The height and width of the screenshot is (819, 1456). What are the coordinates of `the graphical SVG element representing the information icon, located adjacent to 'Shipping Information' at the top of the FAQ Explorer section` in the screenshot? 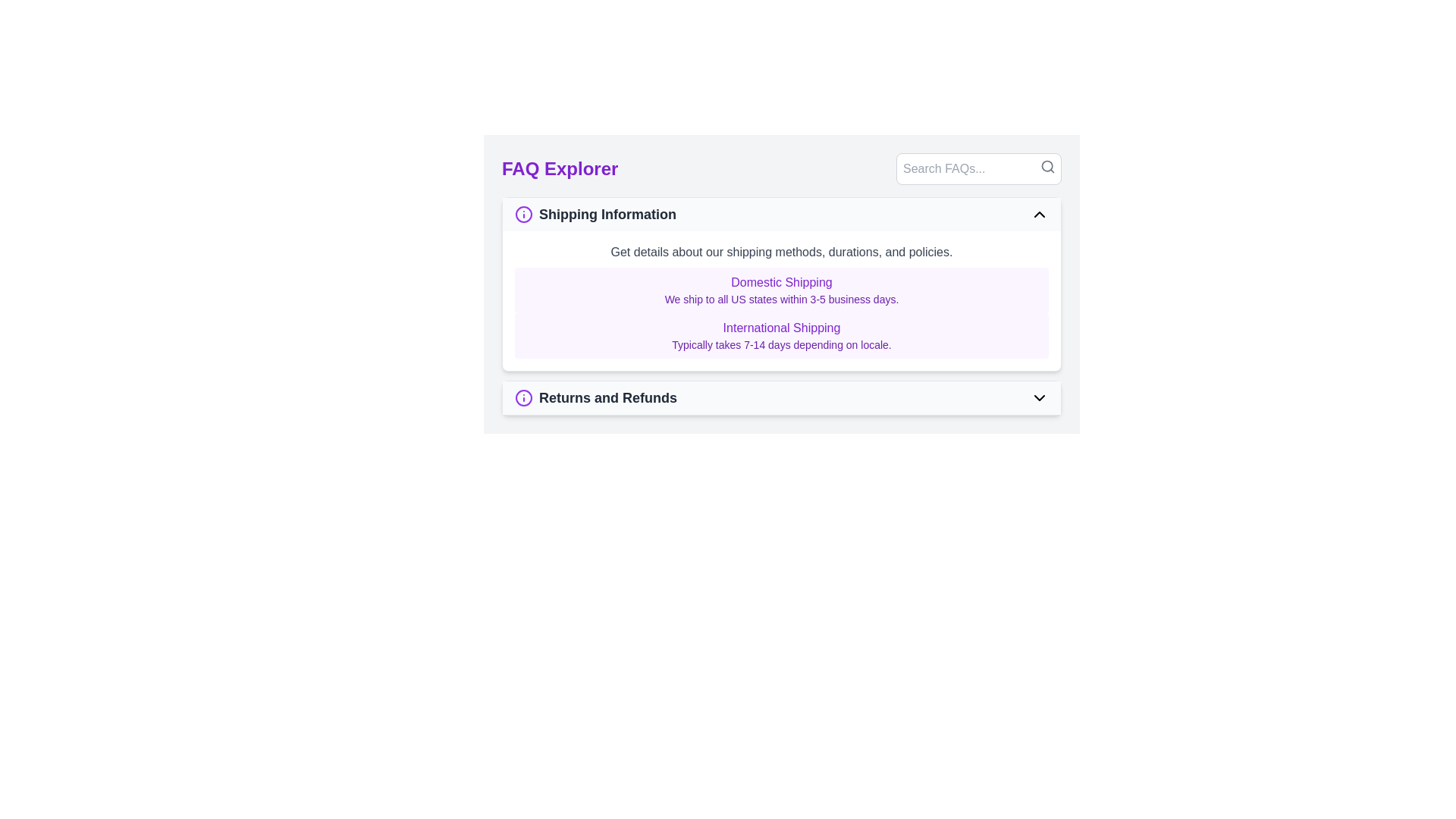 It's located at (524, 397).